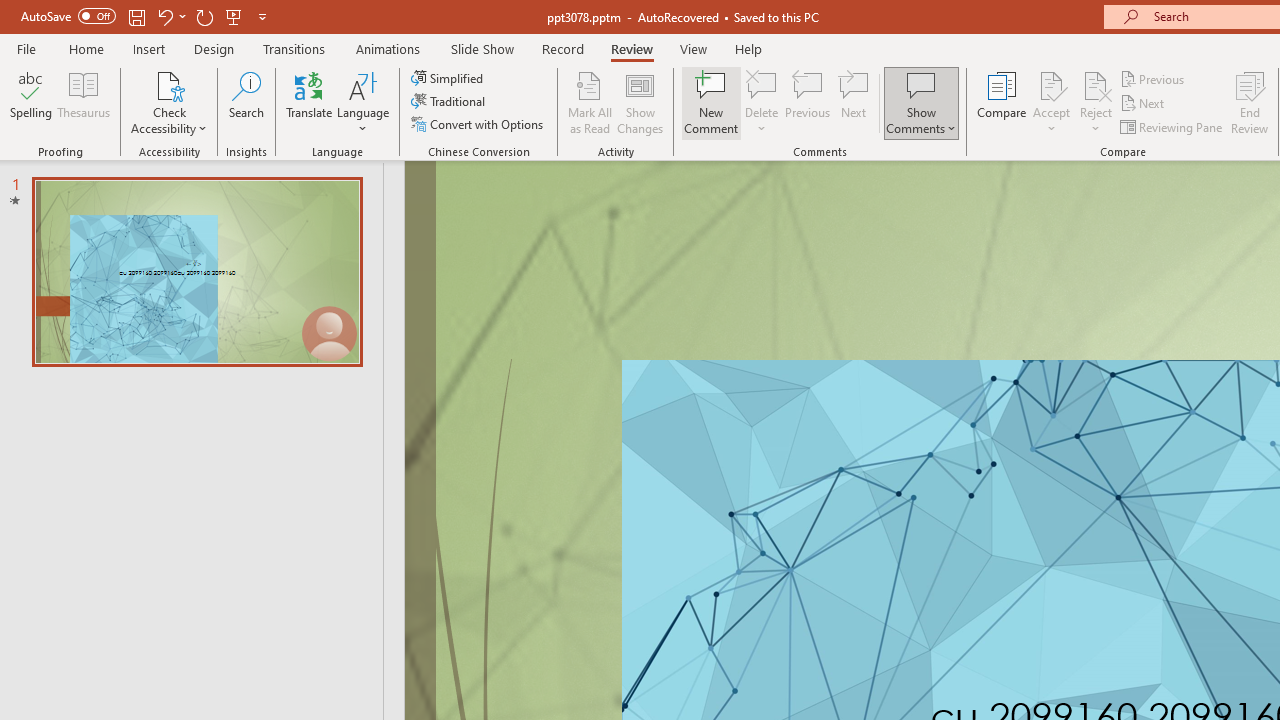 Image resolution: width=1280 pixels, height=720 pixels. I want to click on 'Traditional', so click(448, 101).